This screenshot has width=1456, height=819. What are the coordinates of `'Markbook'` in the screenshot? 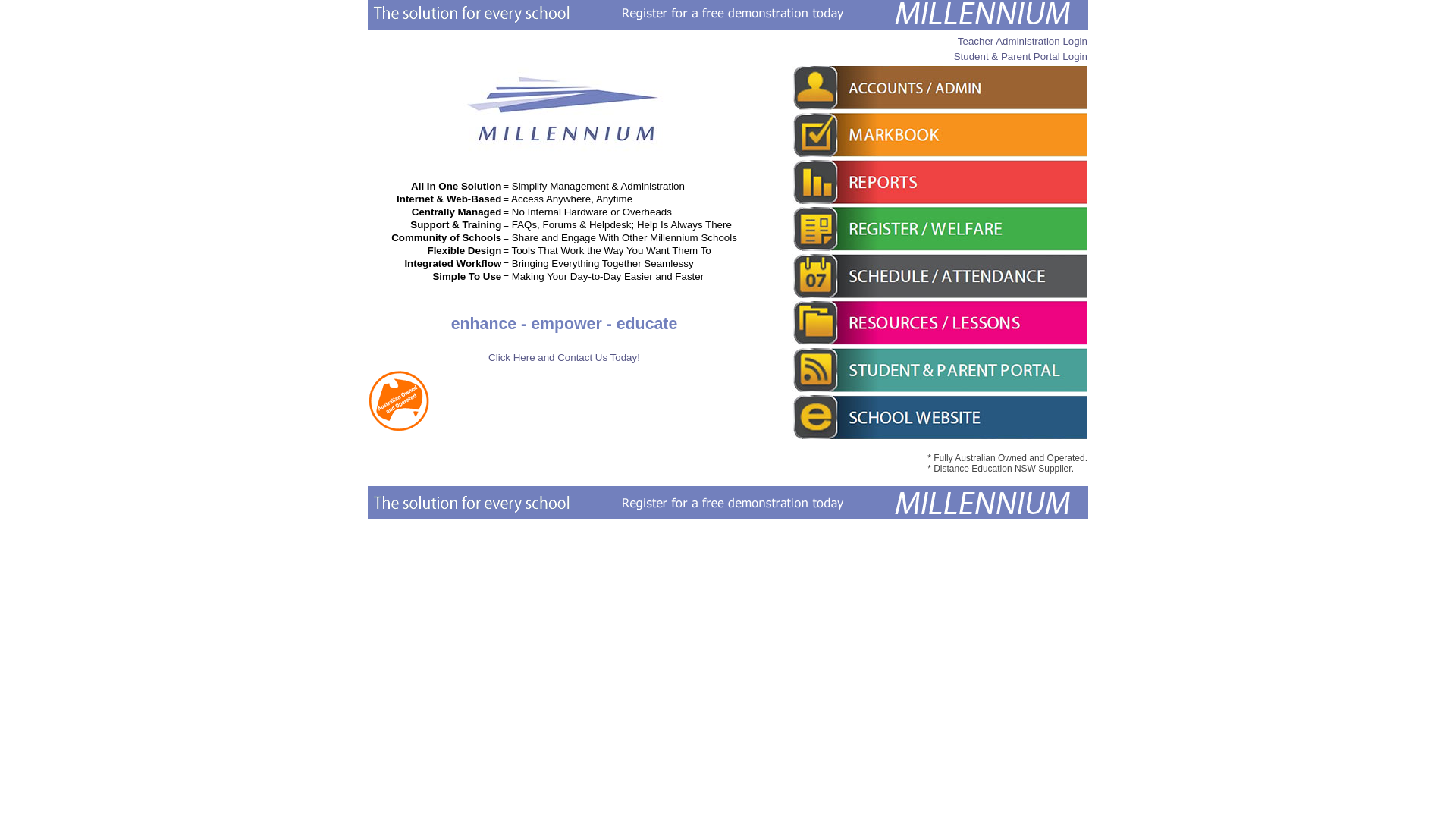 It's located at (938, 133).